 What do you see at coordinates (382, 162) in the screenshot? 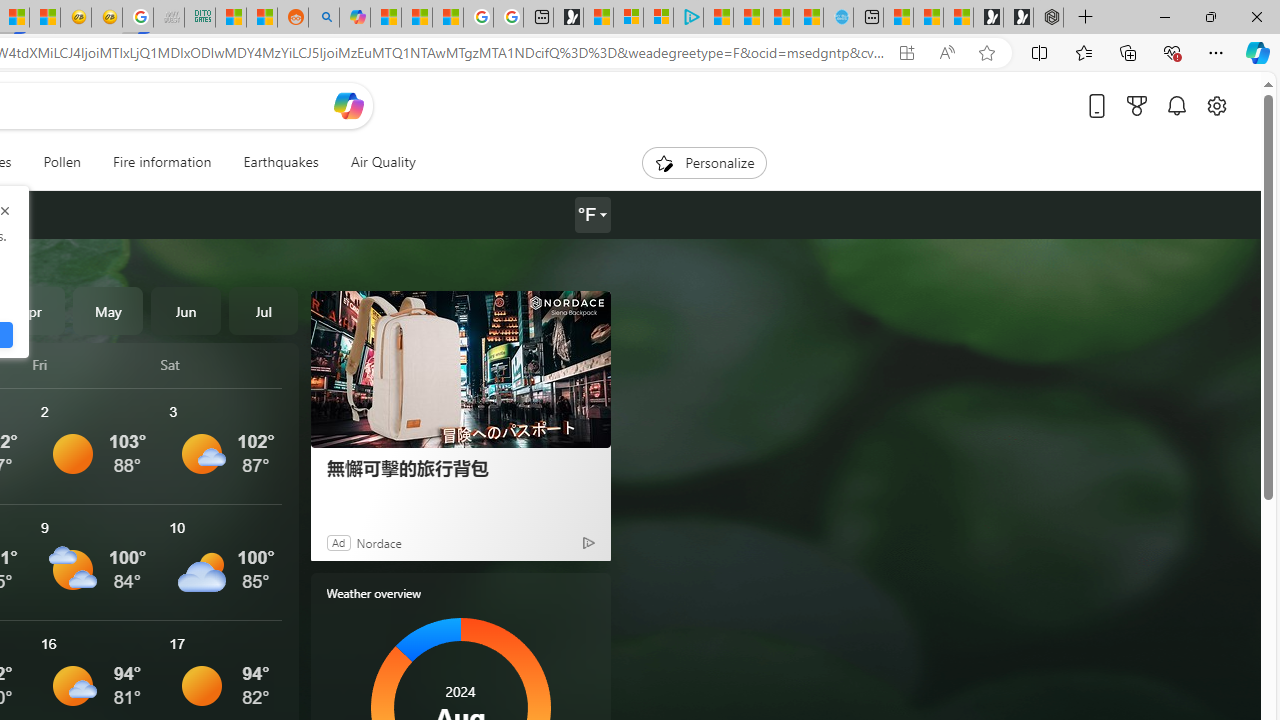
I see `'Air Quality'` at bounding box center [382, 162].